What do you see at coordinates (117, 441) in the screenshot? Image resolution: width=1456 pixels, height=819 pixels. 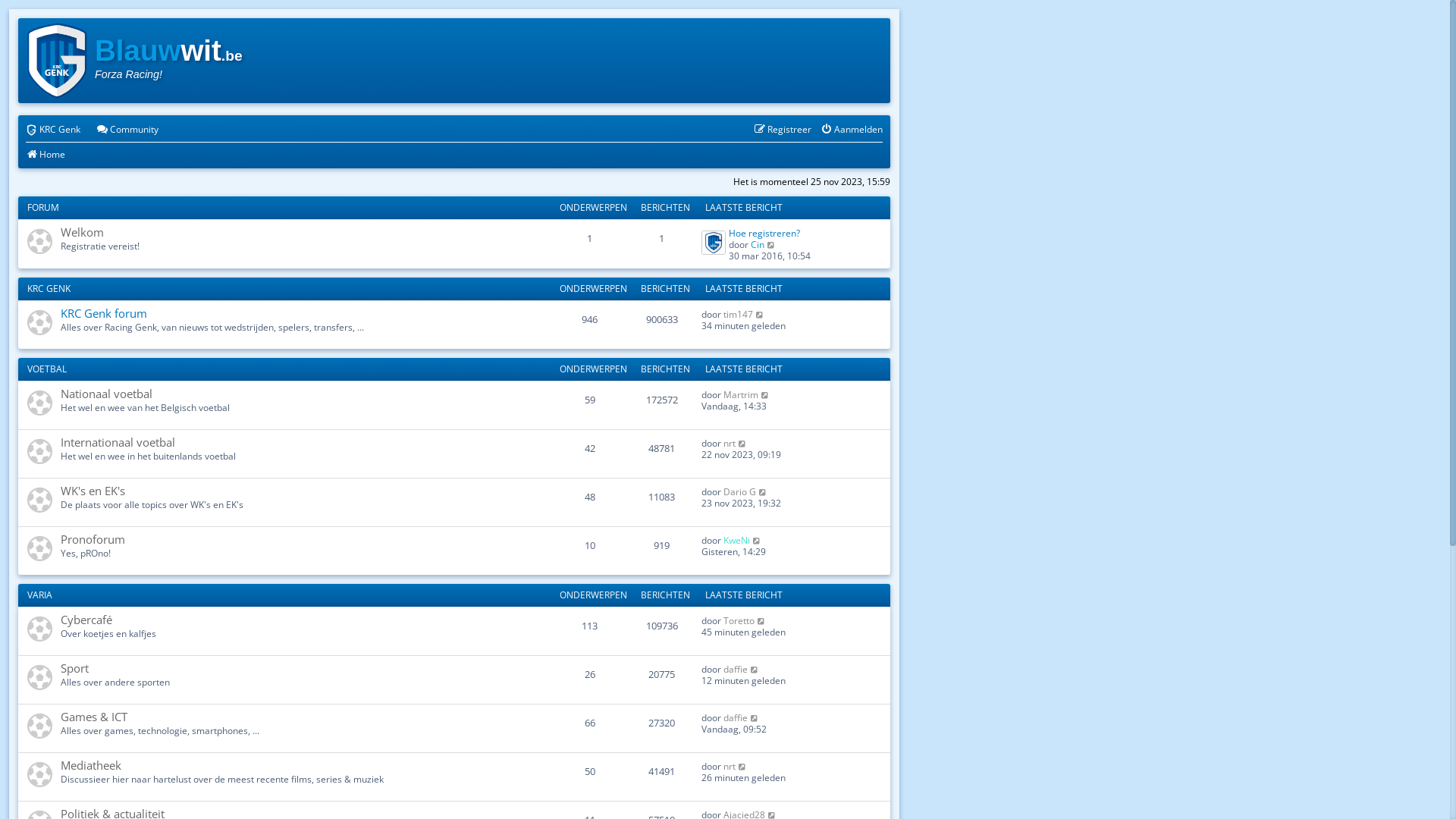 I see `'Internationaal voetbal'` at bounding box center [117, 441].